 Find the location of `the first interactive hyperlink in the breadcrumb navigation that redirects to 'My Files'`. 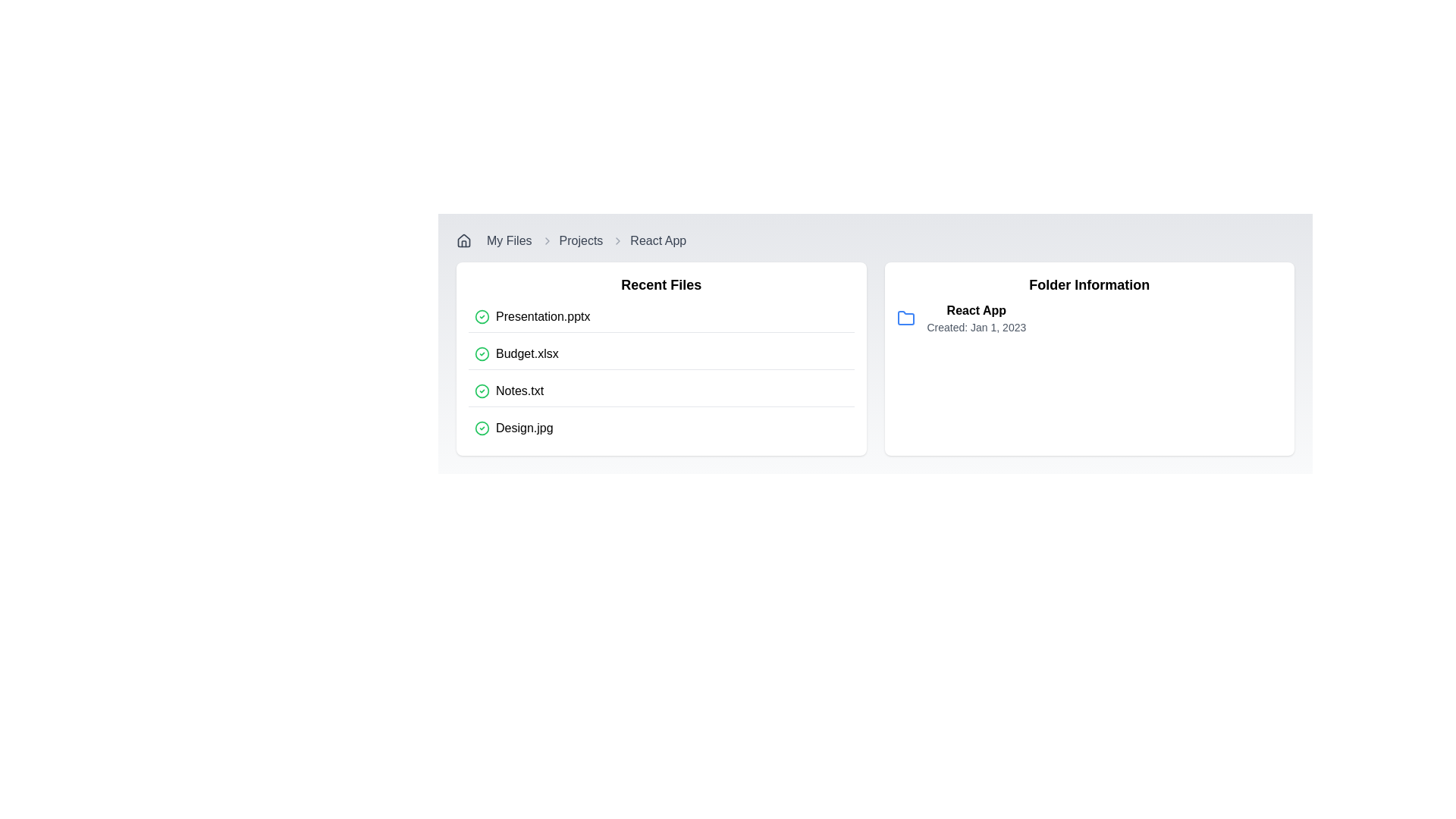

the first interactive hyperlink in the breadcrumb navigation that redirects to 'My Files' is located at coordinates (509, 240).